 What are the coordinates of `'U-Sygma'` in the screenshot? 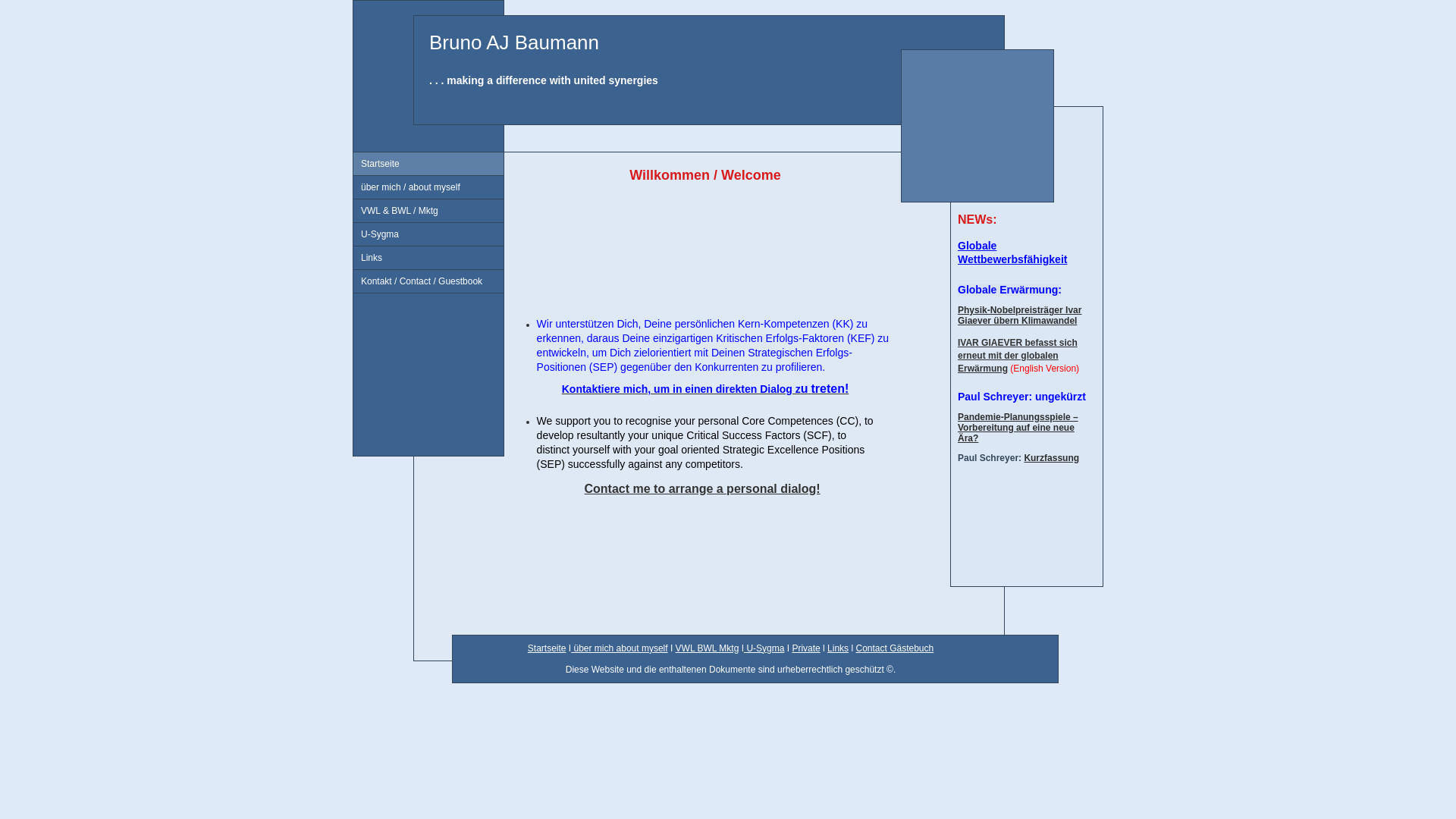 It's located at (428, 234).